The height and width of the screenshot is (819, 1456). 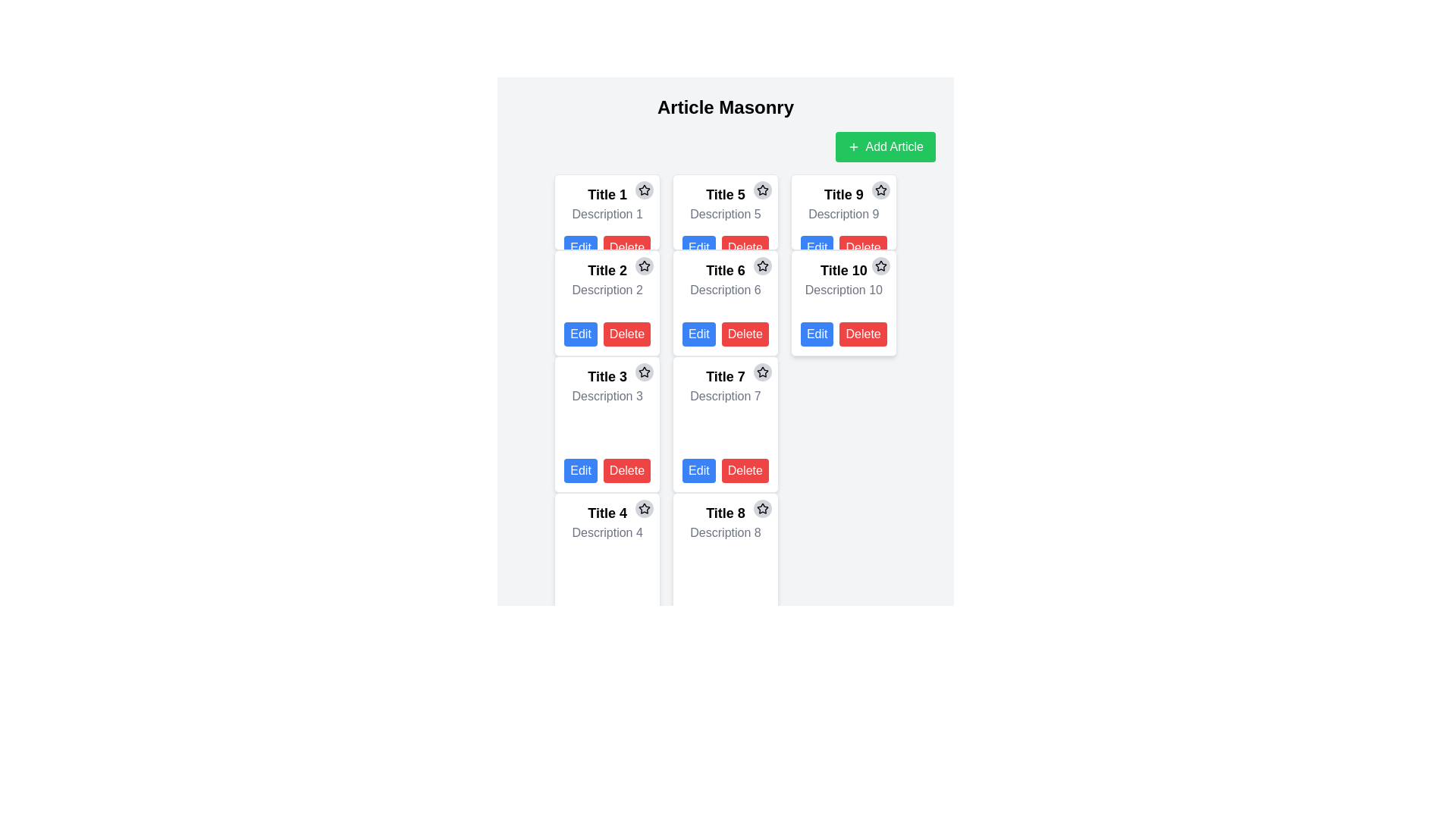 I want to click on on the hollow star-shaped icon located in the upper right side of the box labeled 'Title 10 Description 10', so click(x=880, y=265).